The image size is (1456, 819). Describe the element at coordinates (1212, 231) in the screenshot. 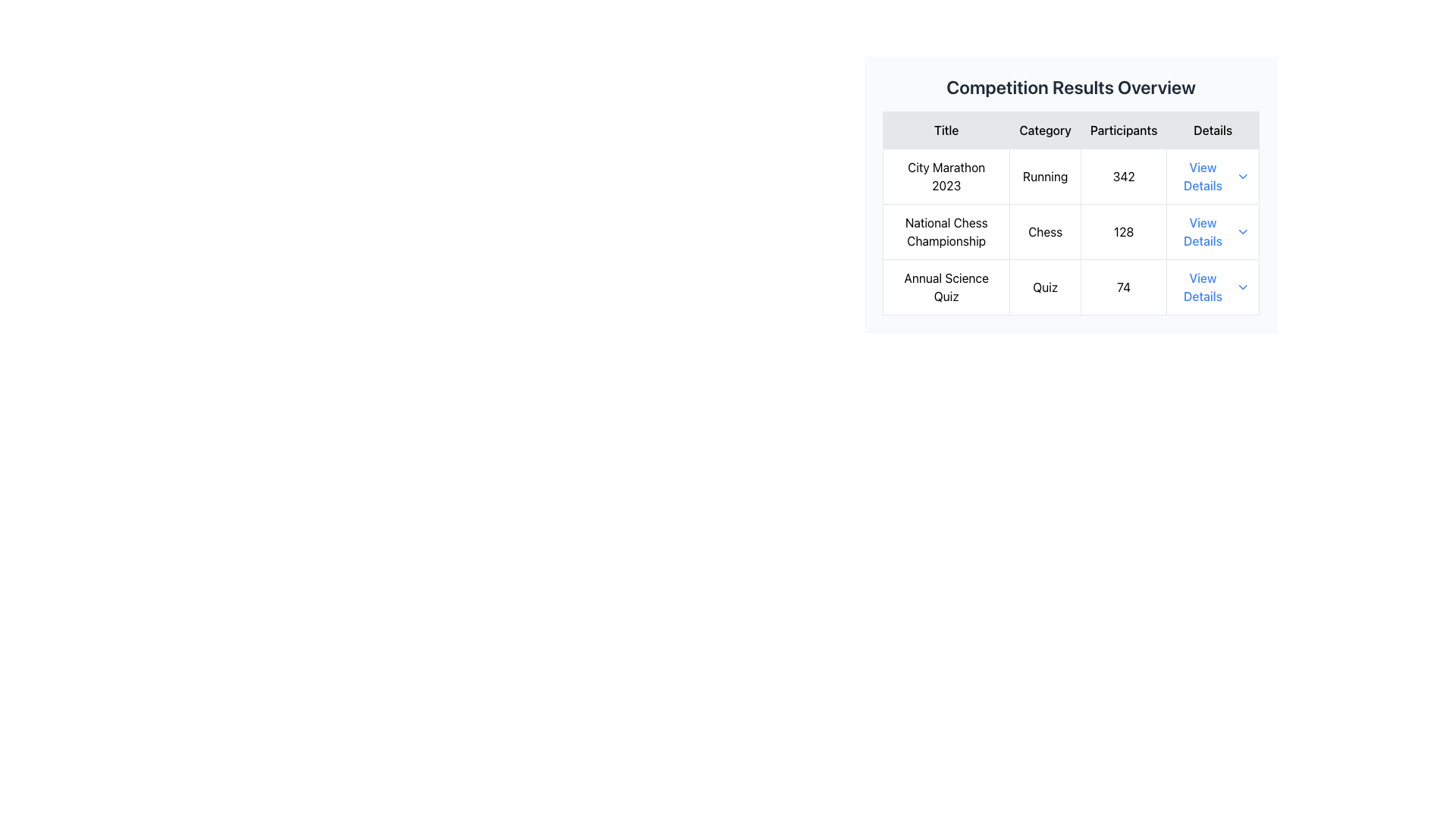

I see `the Interactive Link in the 'Details' column for the row titled 'National Chess Championship'` at that location.